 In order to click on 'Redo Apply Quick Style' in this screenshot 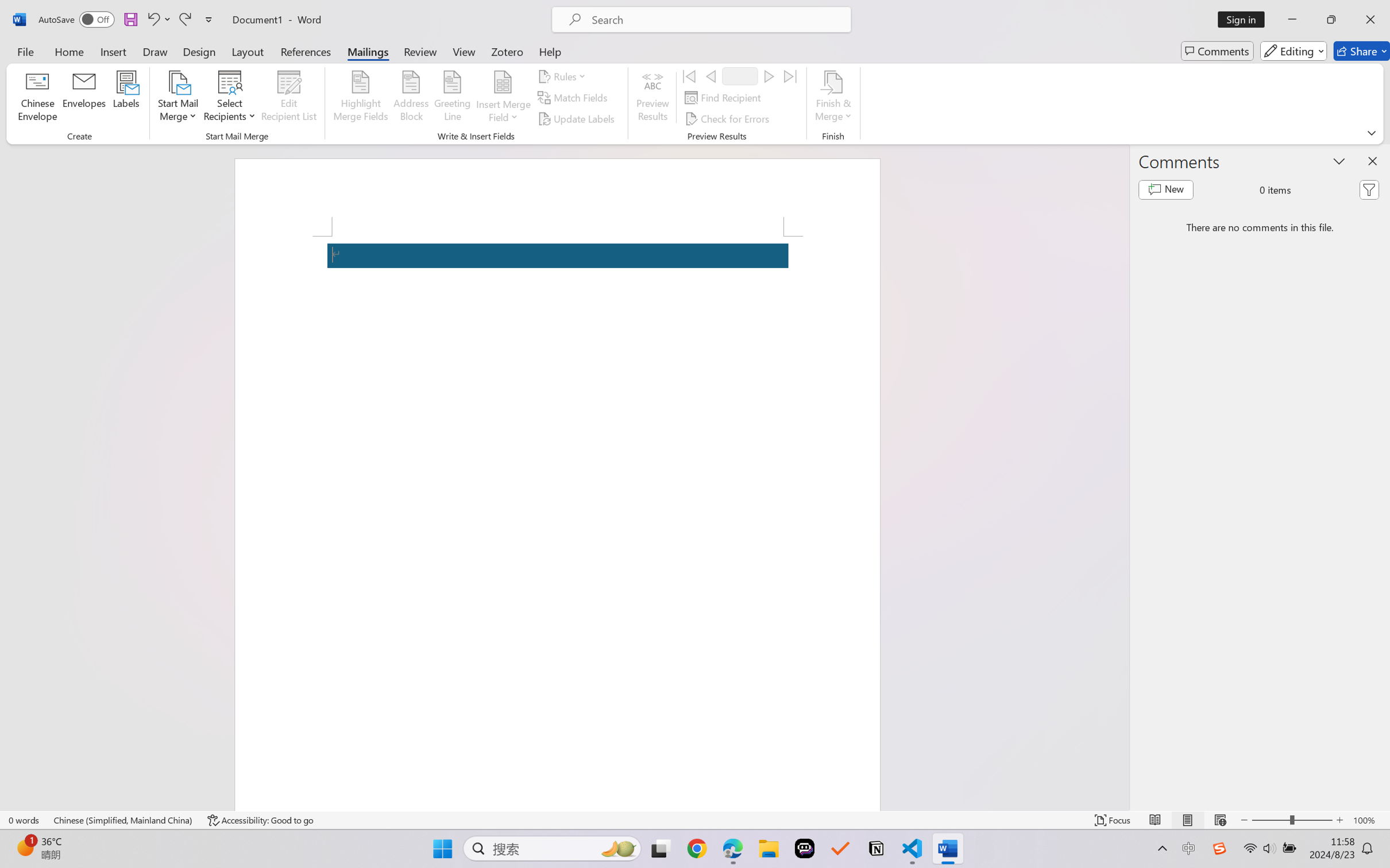, I will do `click(184, 19)`.